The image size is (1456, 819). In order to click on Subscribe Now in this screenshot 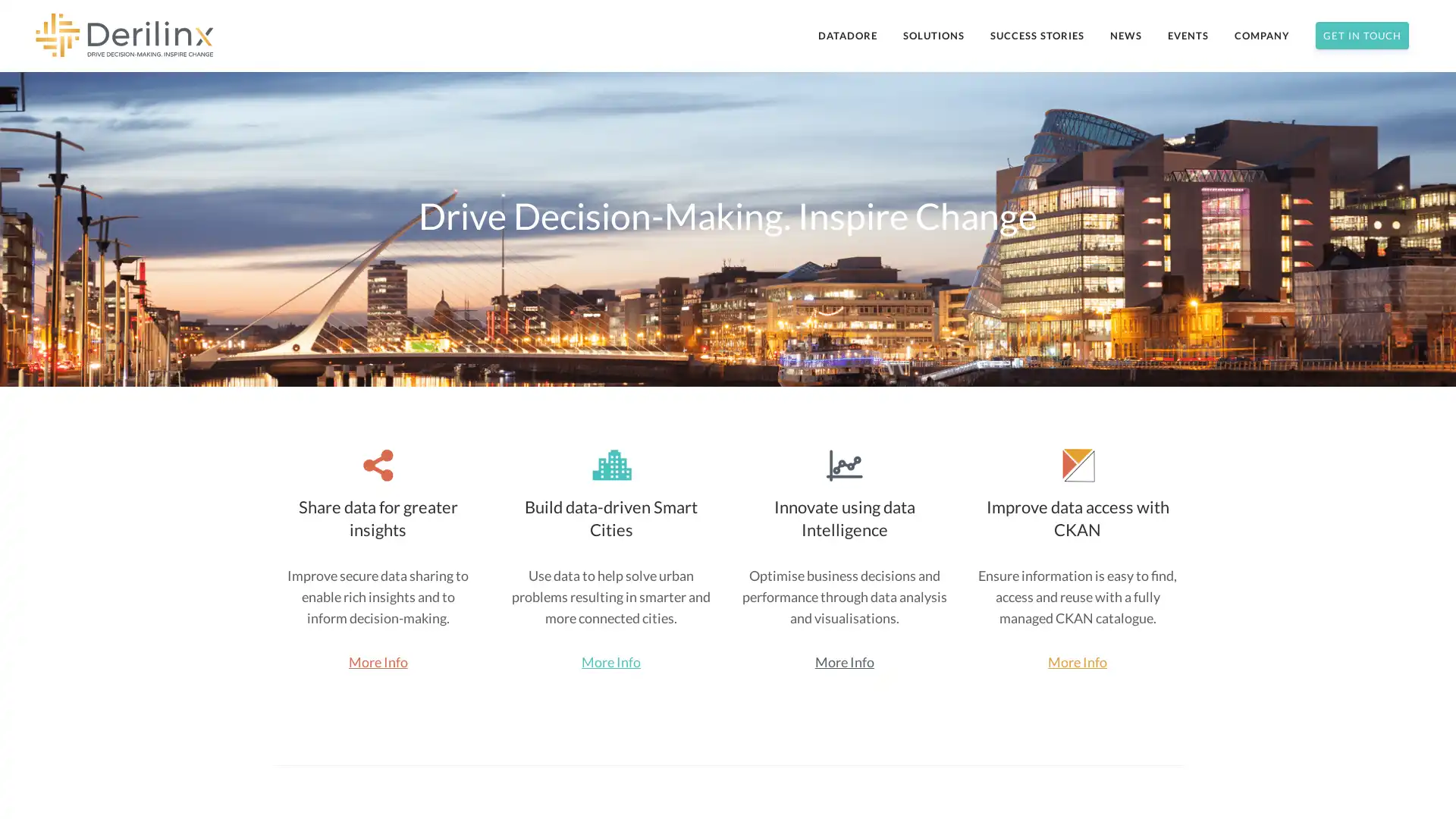, I will do `click(1295, 789)`.